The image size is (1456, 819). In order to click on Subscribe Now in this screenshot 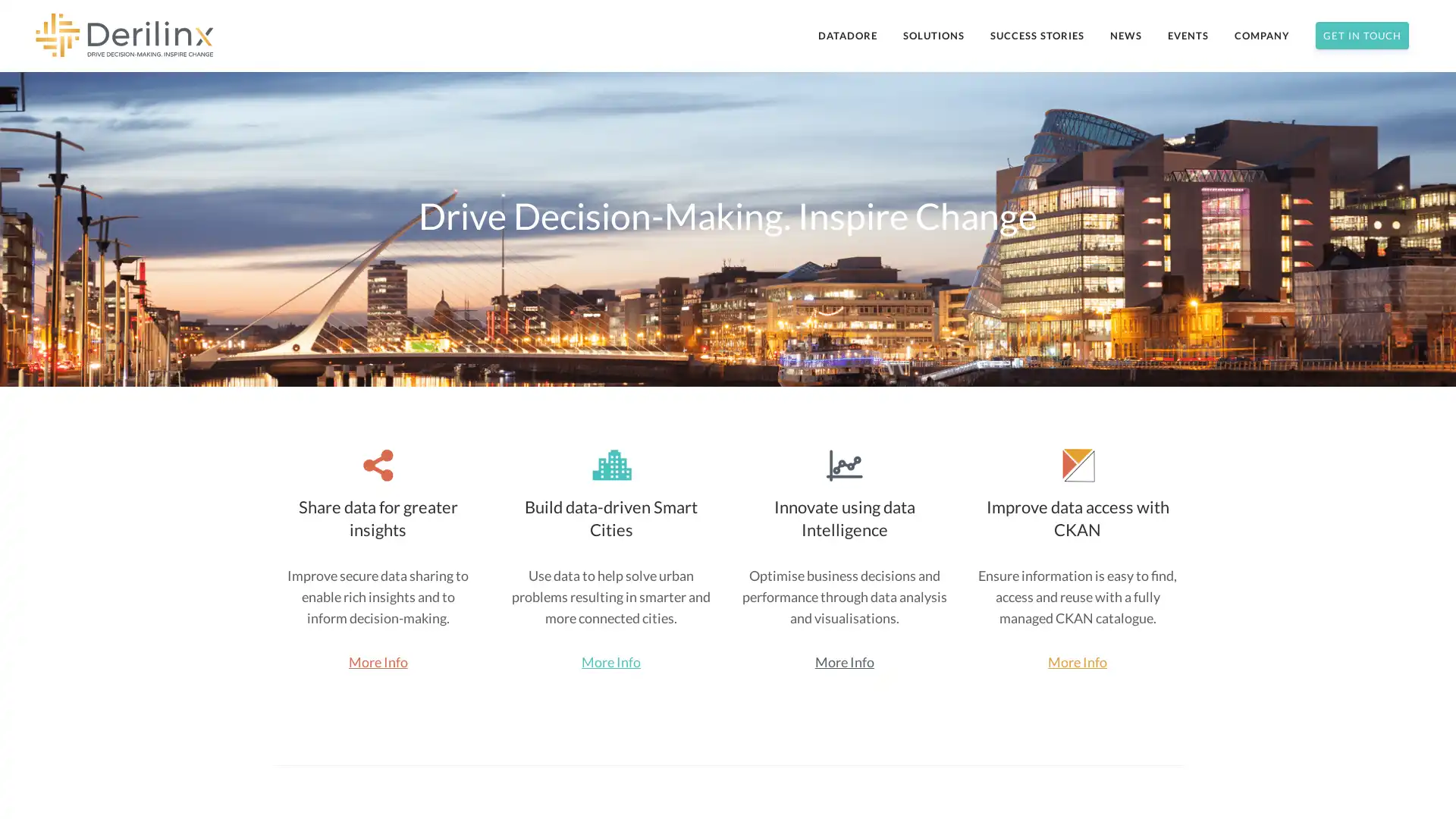, I will do `click(1295, 789)`.